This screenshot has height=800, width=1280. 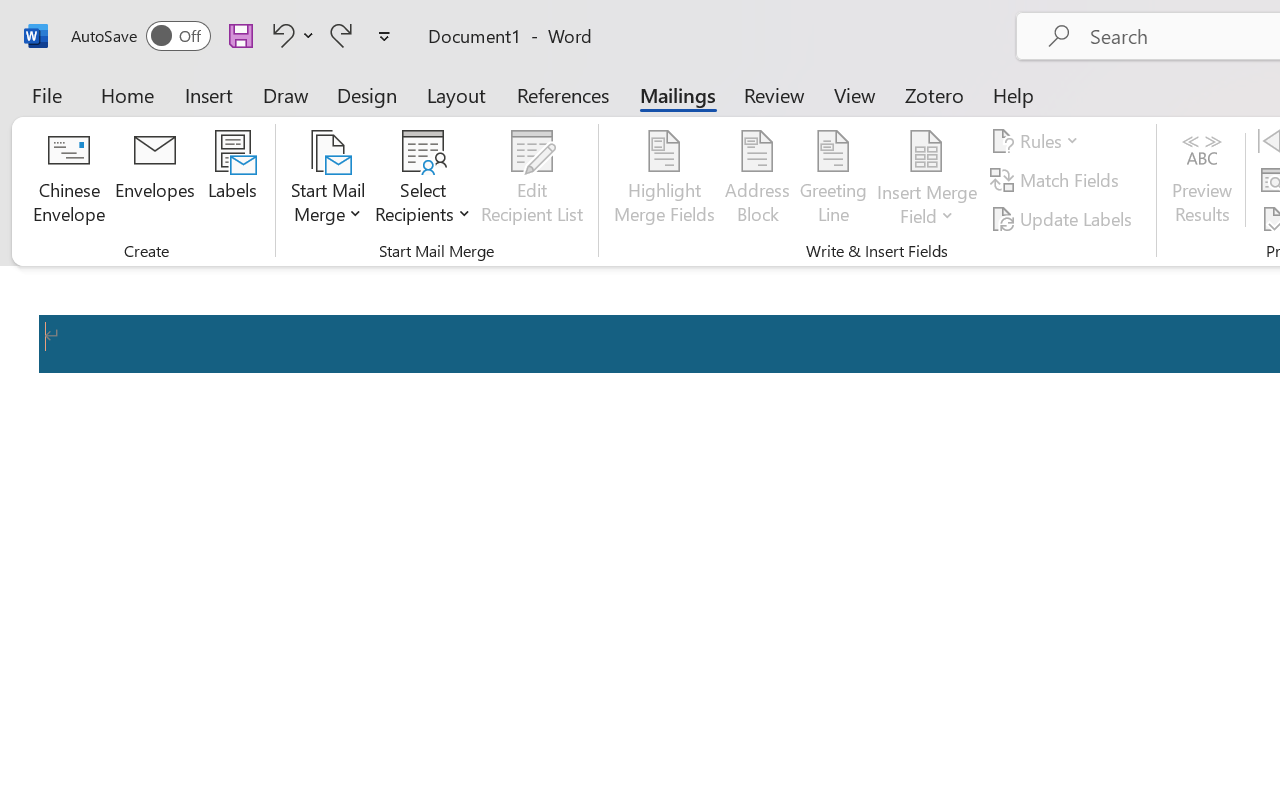 I want to click on 'Start Mail Merge', so click(x=328, y=179).